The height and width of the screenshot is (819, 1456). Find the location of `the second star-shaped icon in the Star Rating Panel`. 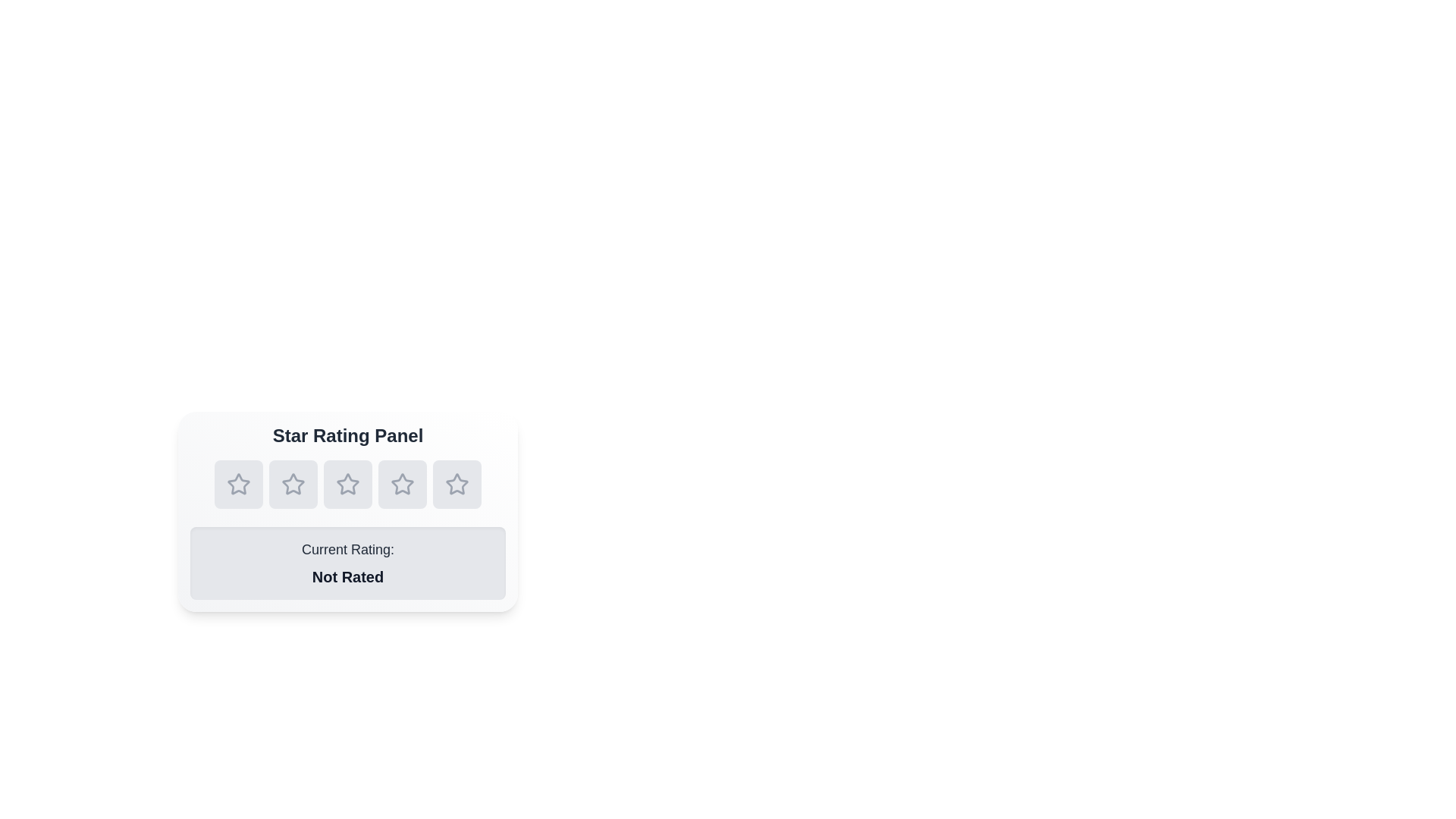

the second star-shaped icon in the Star Rating Panel is located at coordinates (293, 484).